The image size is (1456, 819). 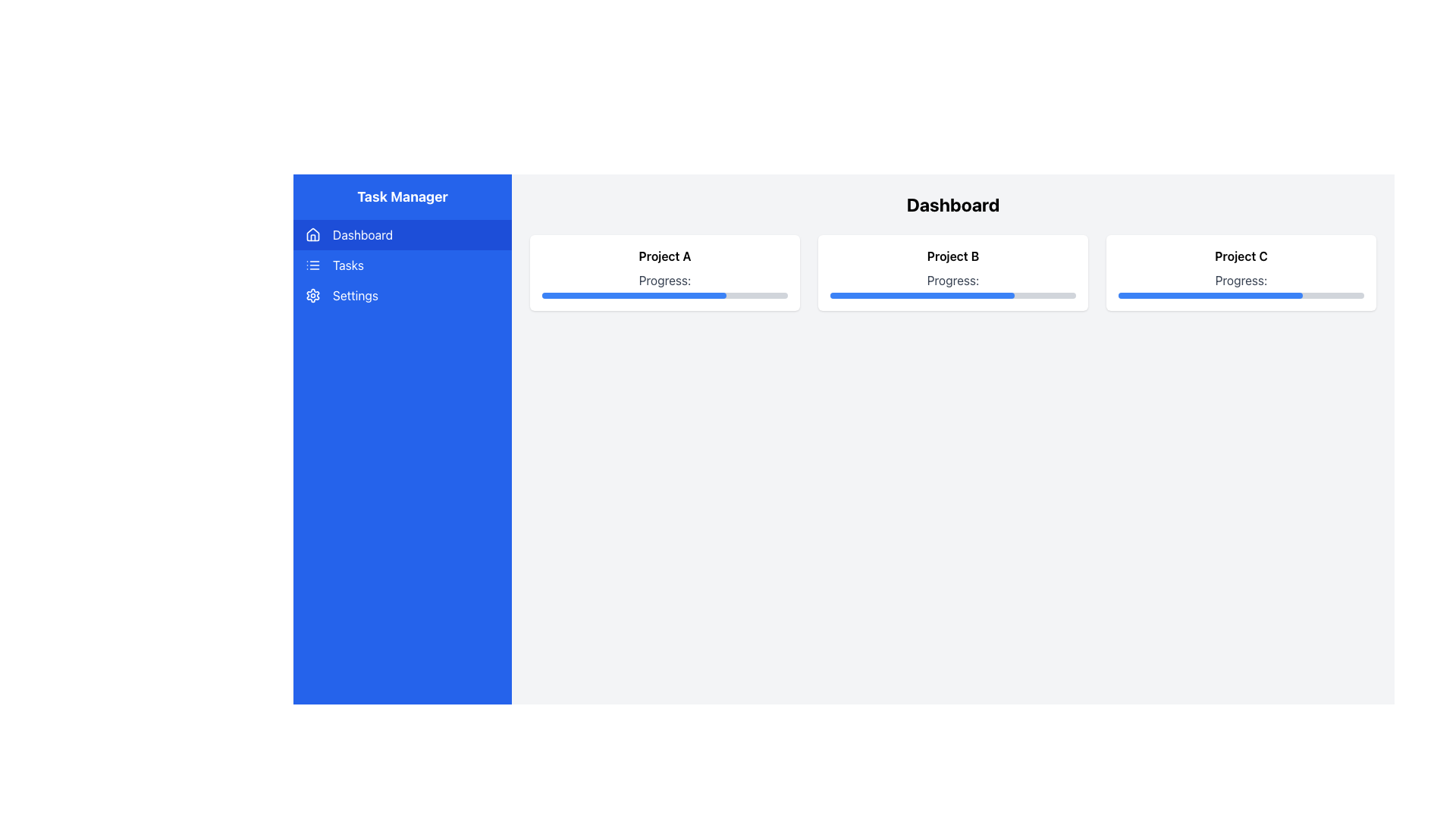 I want to click on the 'Settings' text label with a blue background and white font in the vertical navigation menu, so click(x=354, y=295).